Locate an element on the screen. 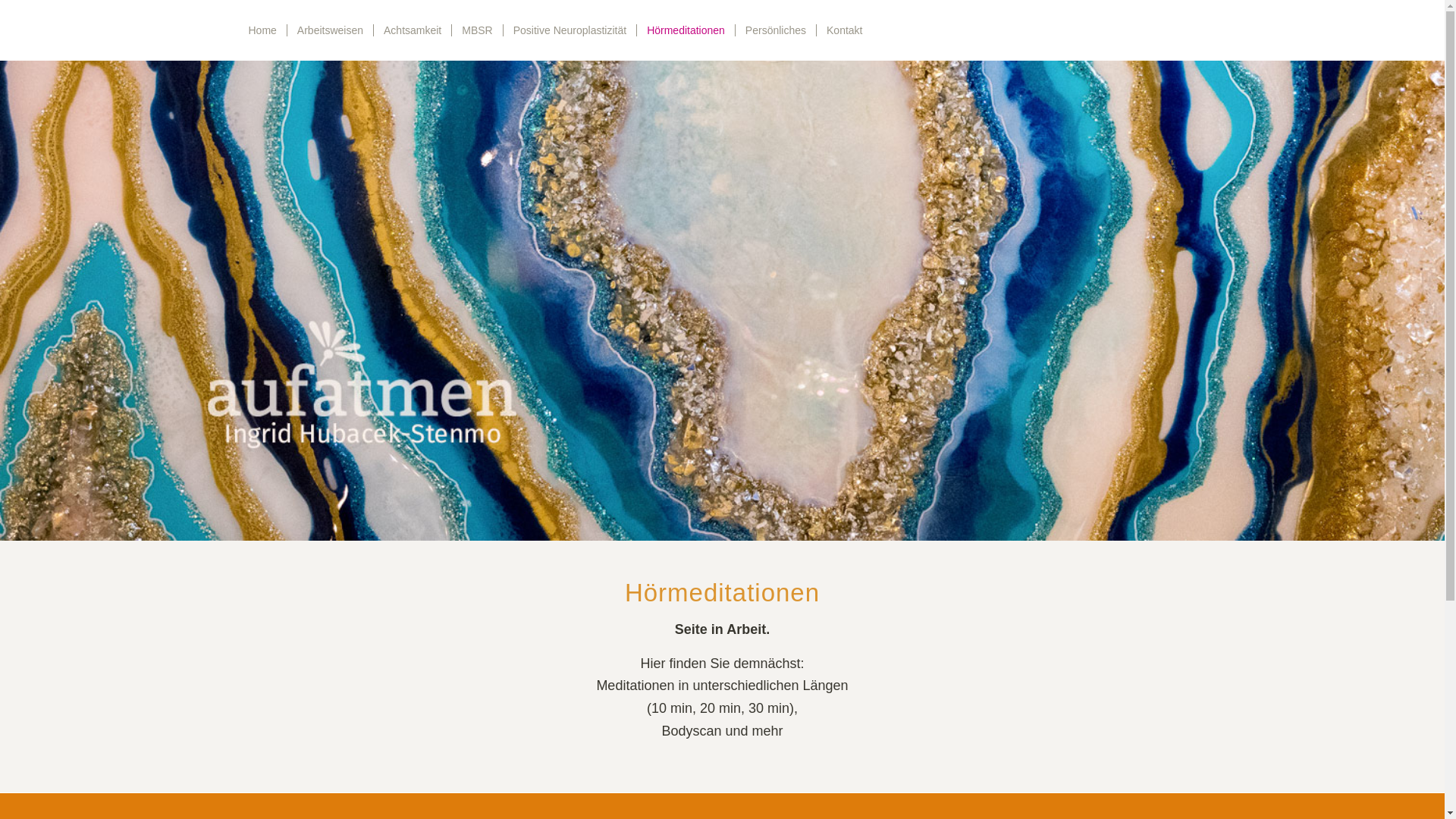 Image resolution: width=1456 pixels, height=819 pixels. 'Arbeitsweisen' is located at coordinates (329, 30).